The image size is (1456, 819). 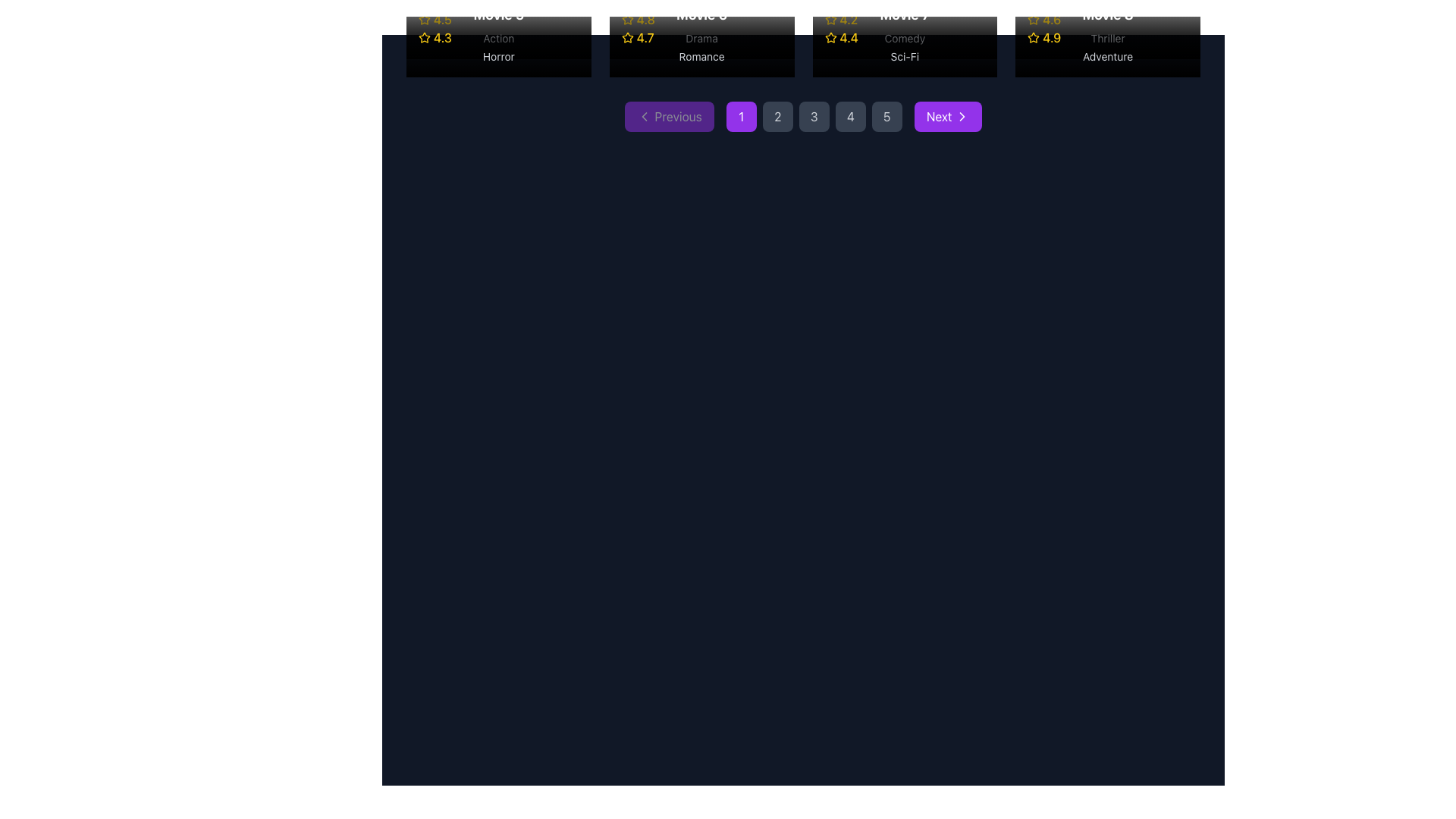 I want to click on the fourth button in a row of five, which is a rounded square button with a gray background and the number '4' in light gray, so click(x=850, y=116).